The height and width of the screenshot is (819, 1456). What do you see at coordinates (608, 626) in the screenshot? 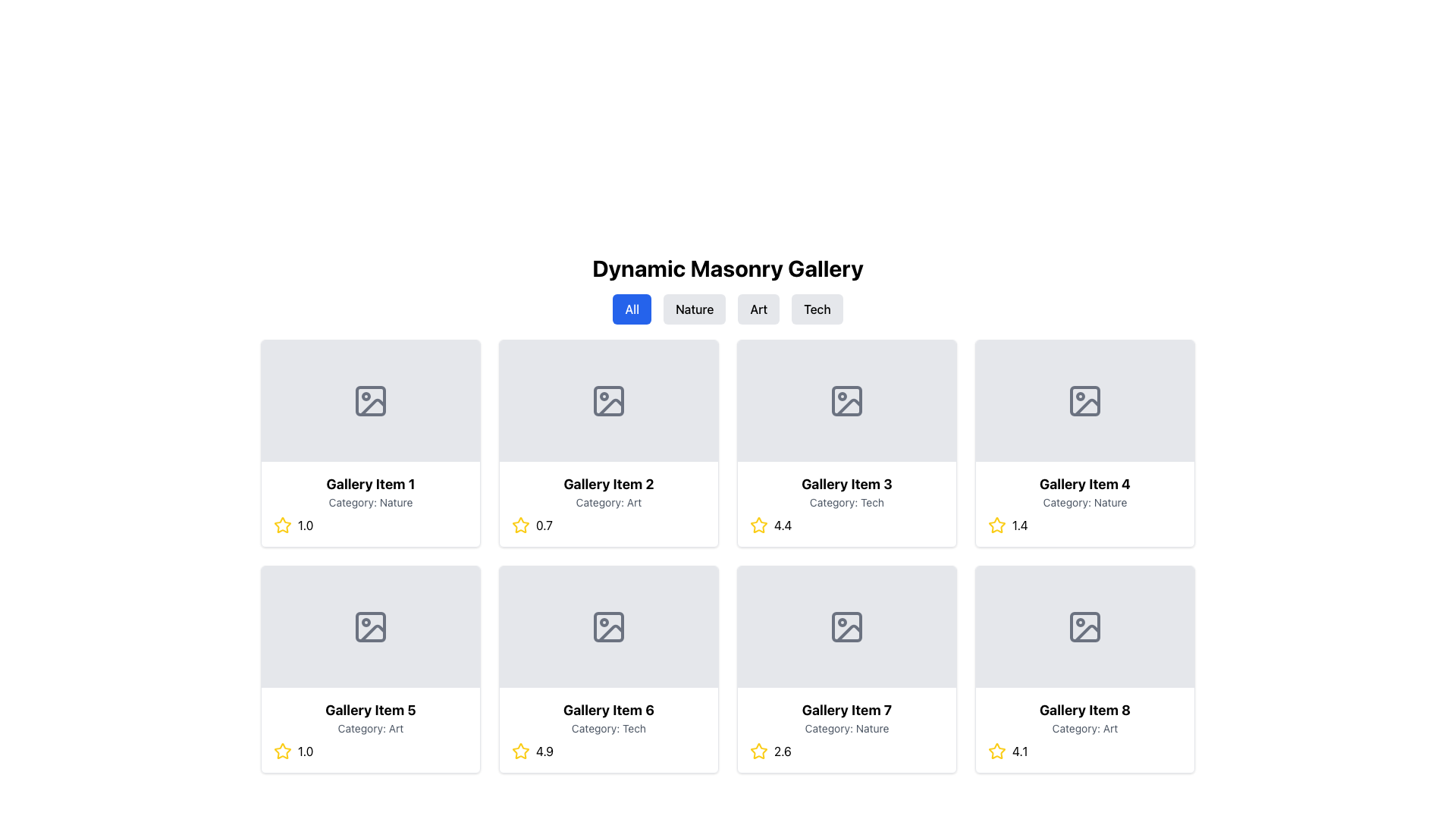
I see `the decorative rectangle within the icon of Gallery Item 6, which is centrally positioned in the second row and third column of the gallery layout` at bounding box center [608, 626].